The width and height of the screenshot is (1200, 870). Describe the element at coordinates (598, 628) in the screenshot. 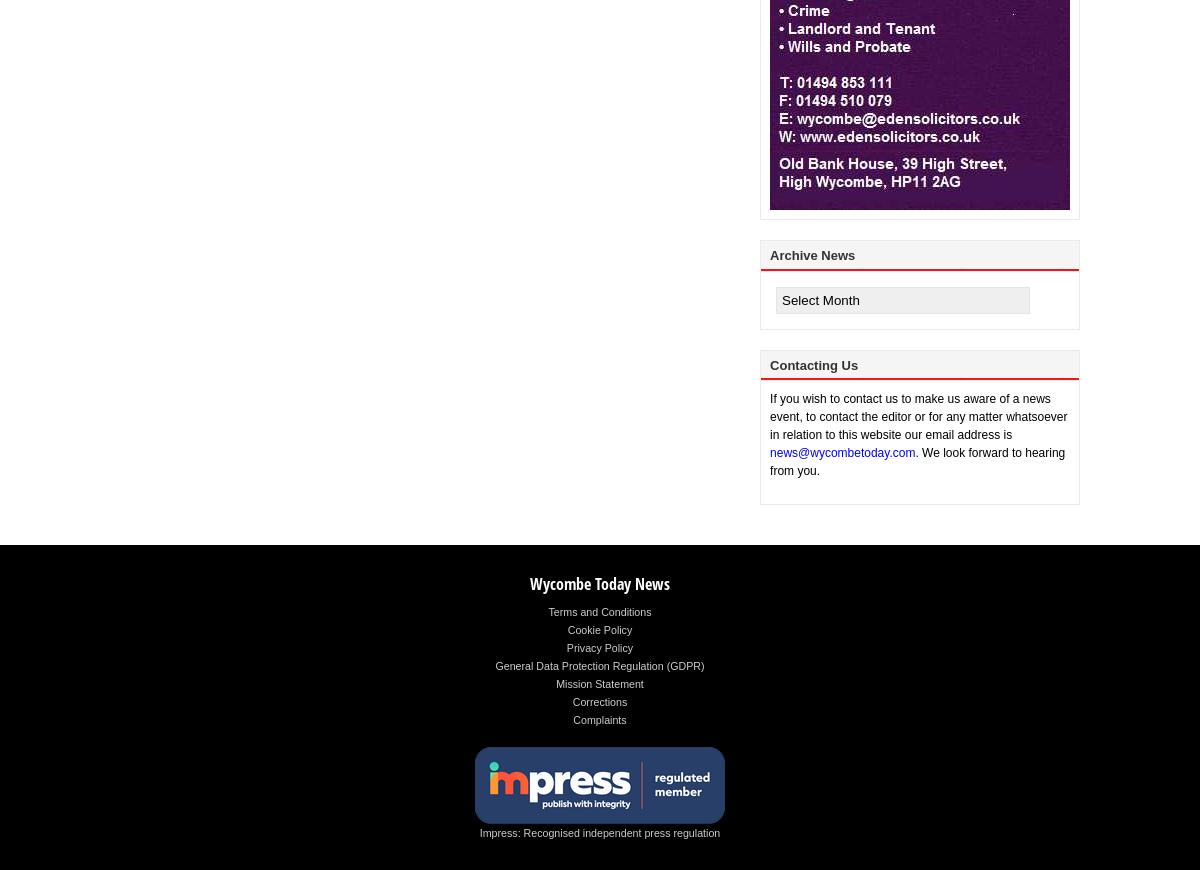

I see `'Cookie Policy'` at that location.